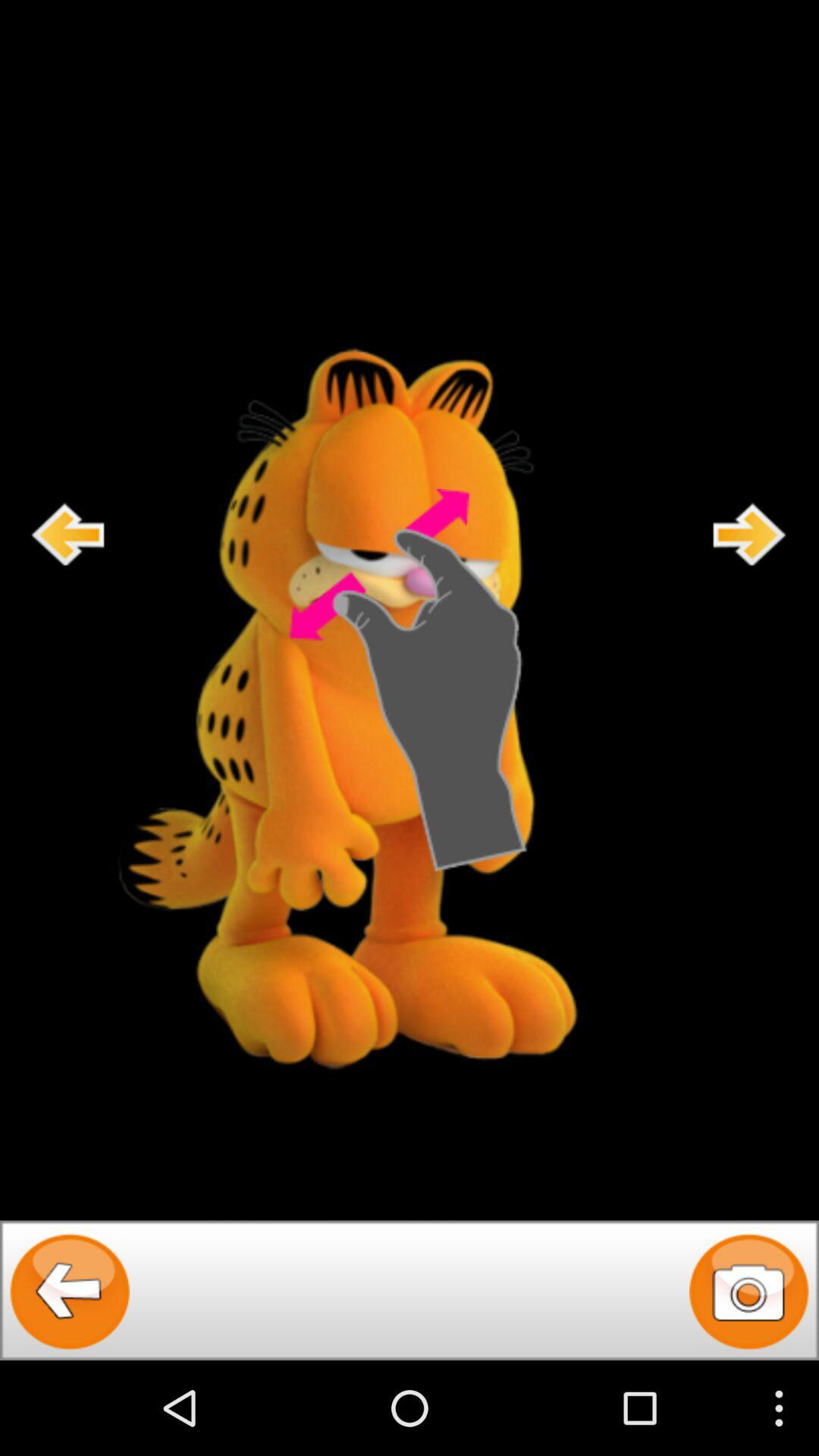 This screenshot has width=819, height=1456. I want to click on next page, so click(749, 534).